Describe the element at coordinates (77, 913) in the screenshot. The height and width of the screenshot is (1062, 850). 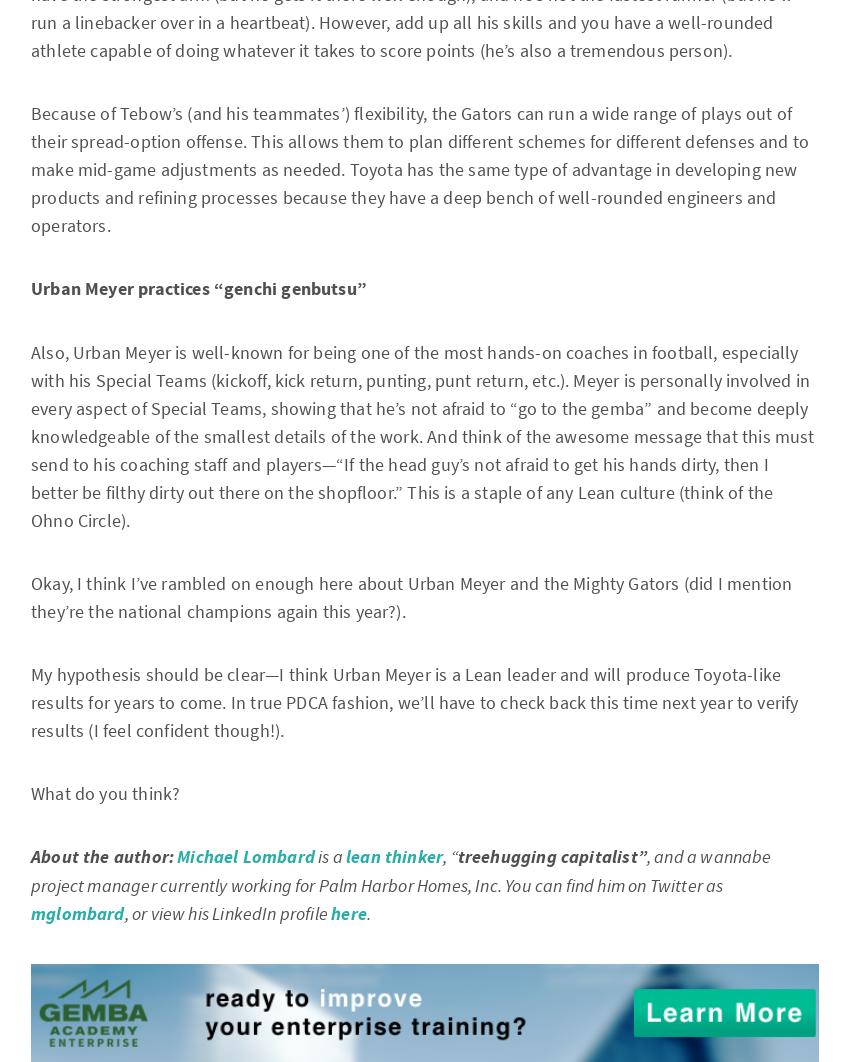
I see `'mglombard'` at that location.